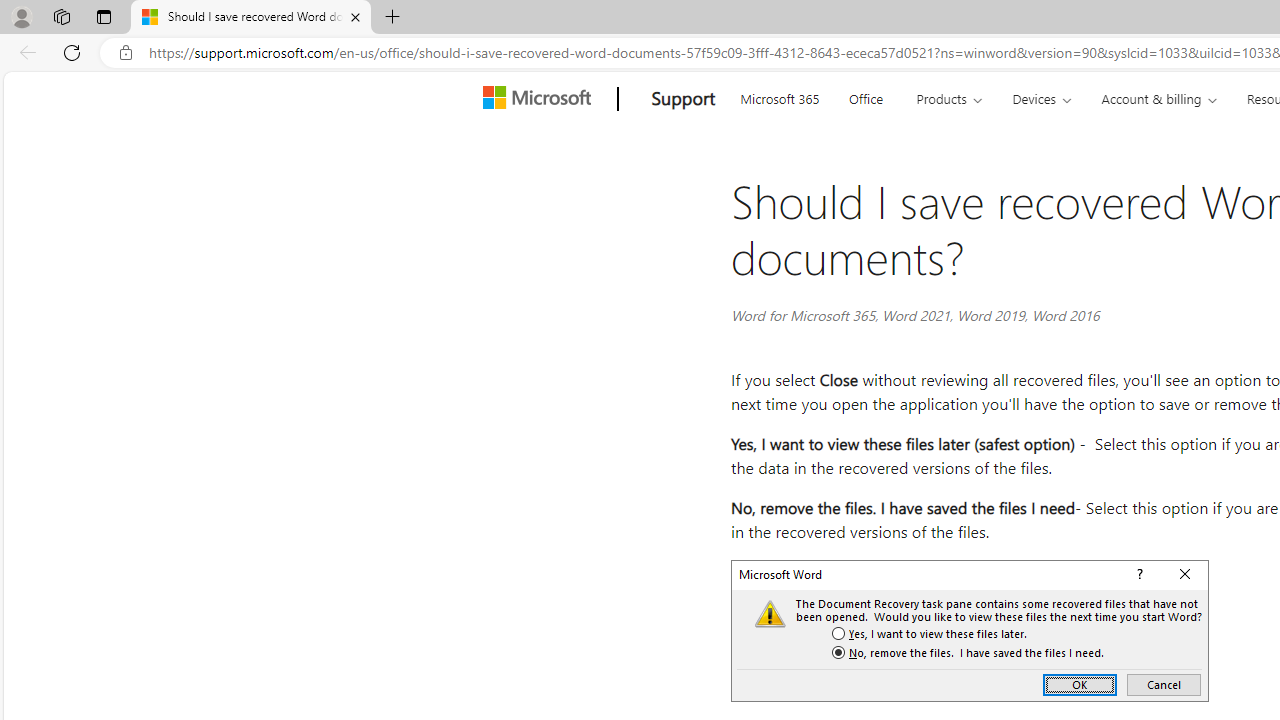 Image resolution: width=1280 pixels, height=720 pixels. Describe the element at coordinates (24, 51) in the screenshot. I see `'Back'` at that location.